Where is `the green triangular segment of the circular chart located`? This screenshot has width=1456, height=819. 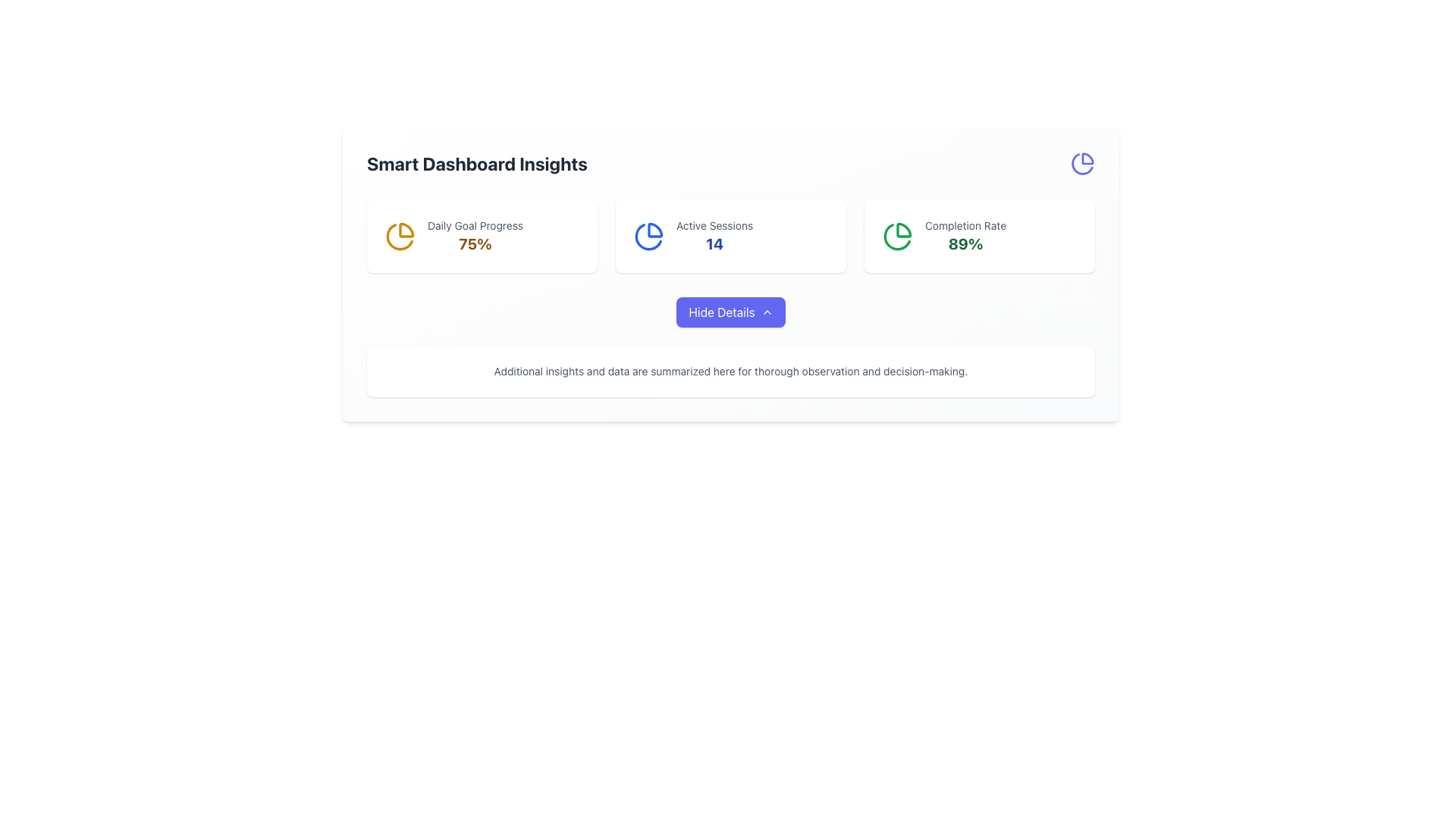 the green triangular segment of the circular chart located is located at coordinates (904, 230).